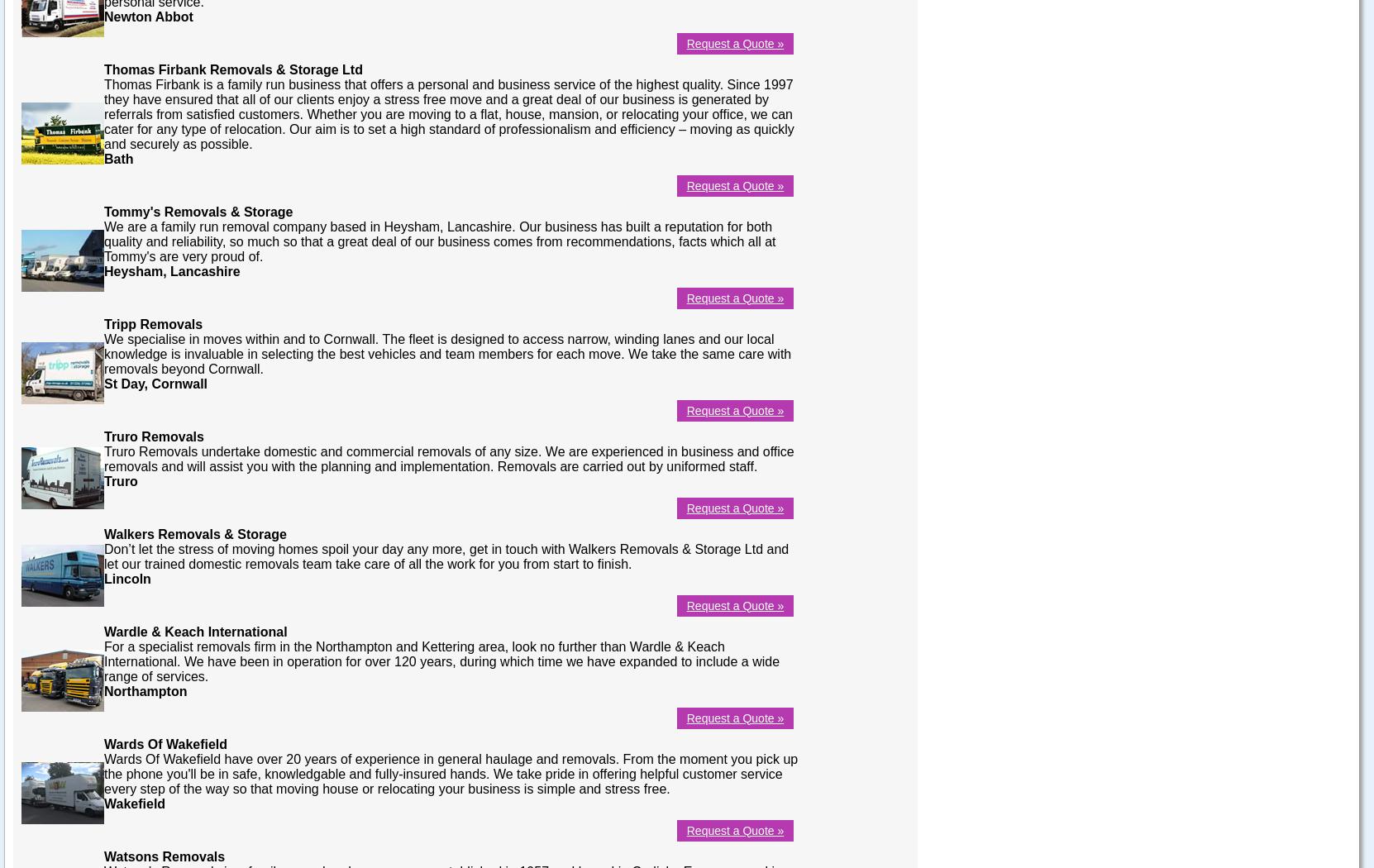 Image resolution: width=1374 pixels, height=868 pixels. What do you see at coordinates (450, 773) in the screenshot?
I see `'Wards Of Wakefield have over 20 years of experience in general haulage and removals. From the moment you pick up the phone you'll be in safe, knowledgable and fully-insured hands. We take pride in offering helpful customer service every step of the way so that moving house or relocating your business is simple and stress free.'` at bounding box center [450, 773].